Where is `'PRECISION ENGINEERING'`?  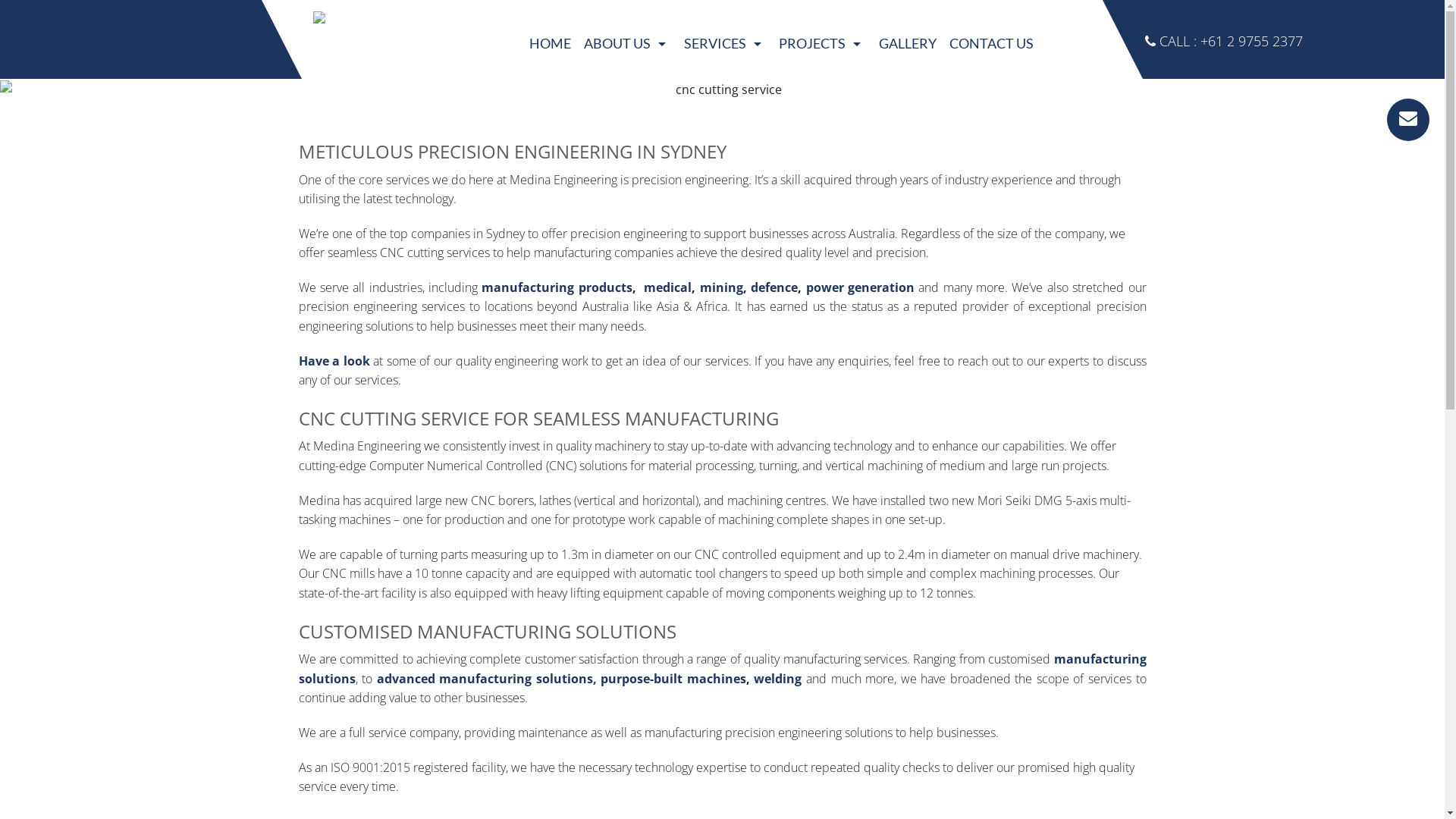
'PRECISION ENGINEERING' is located at coordinates (723, 89).